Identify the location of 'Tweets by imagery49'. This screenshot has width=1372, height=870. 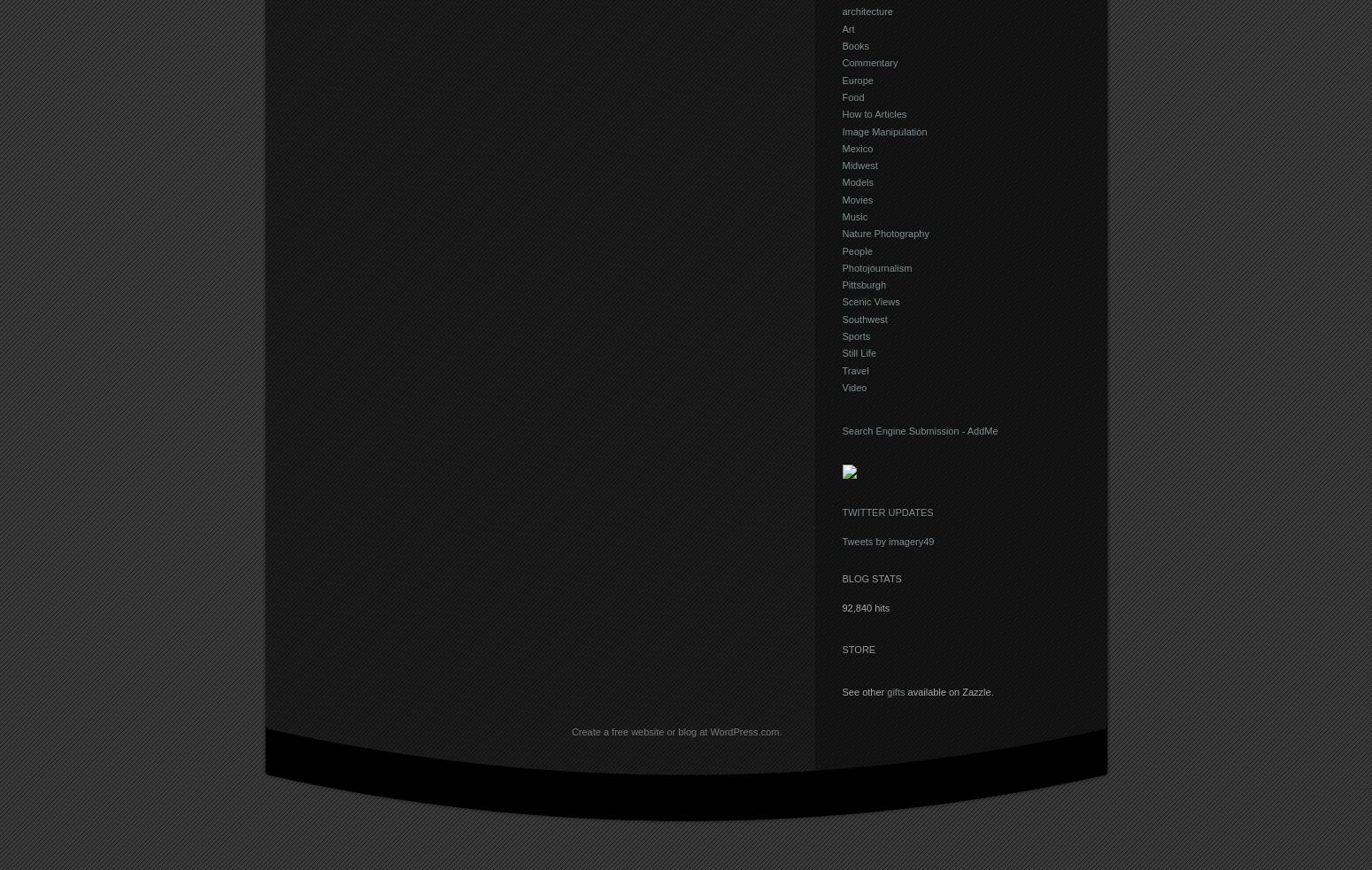
(887, 541).